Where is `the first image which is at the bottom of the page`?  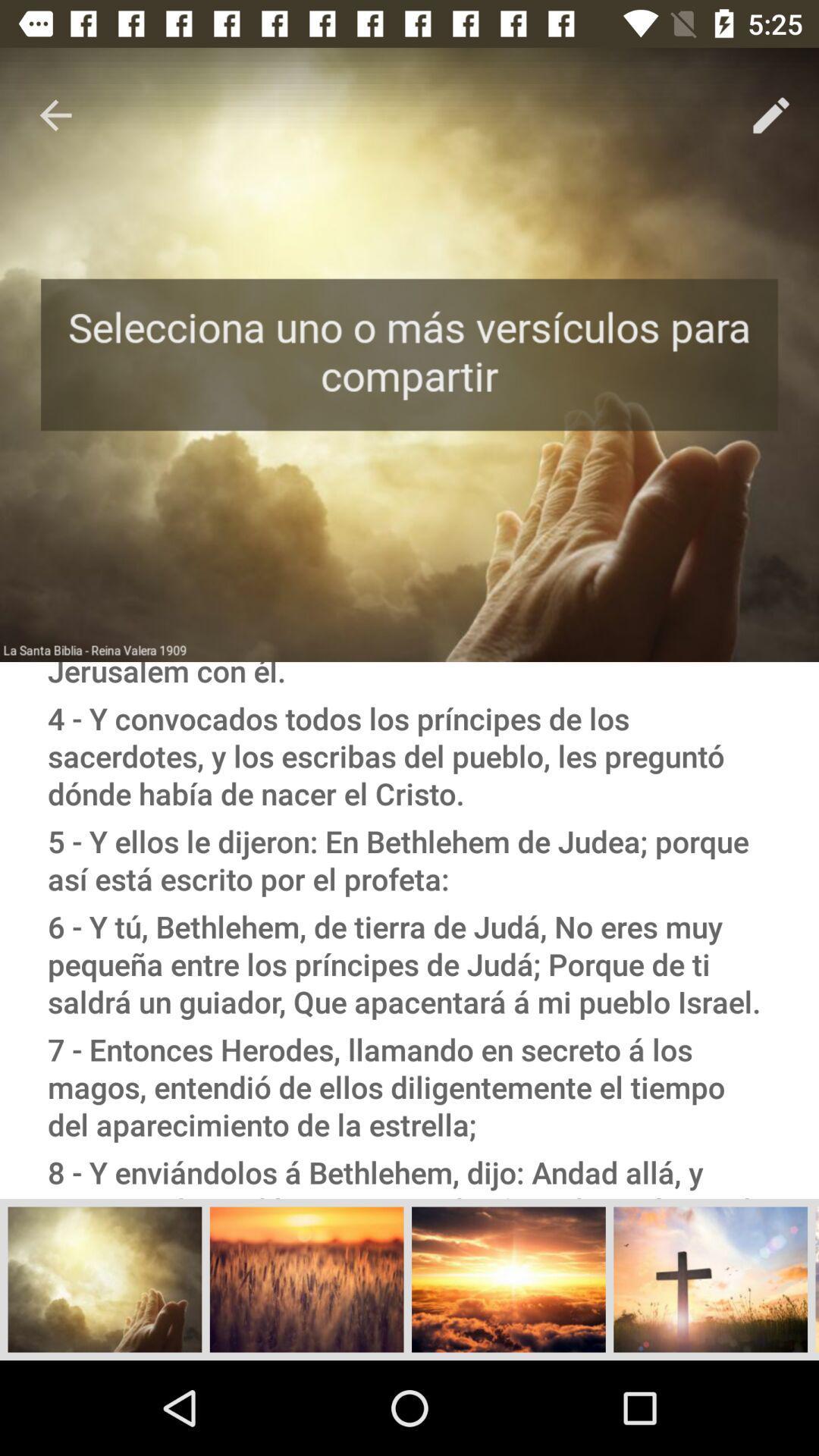 the first image which is at the bottom of the page is located at coordinates (104, 1279).